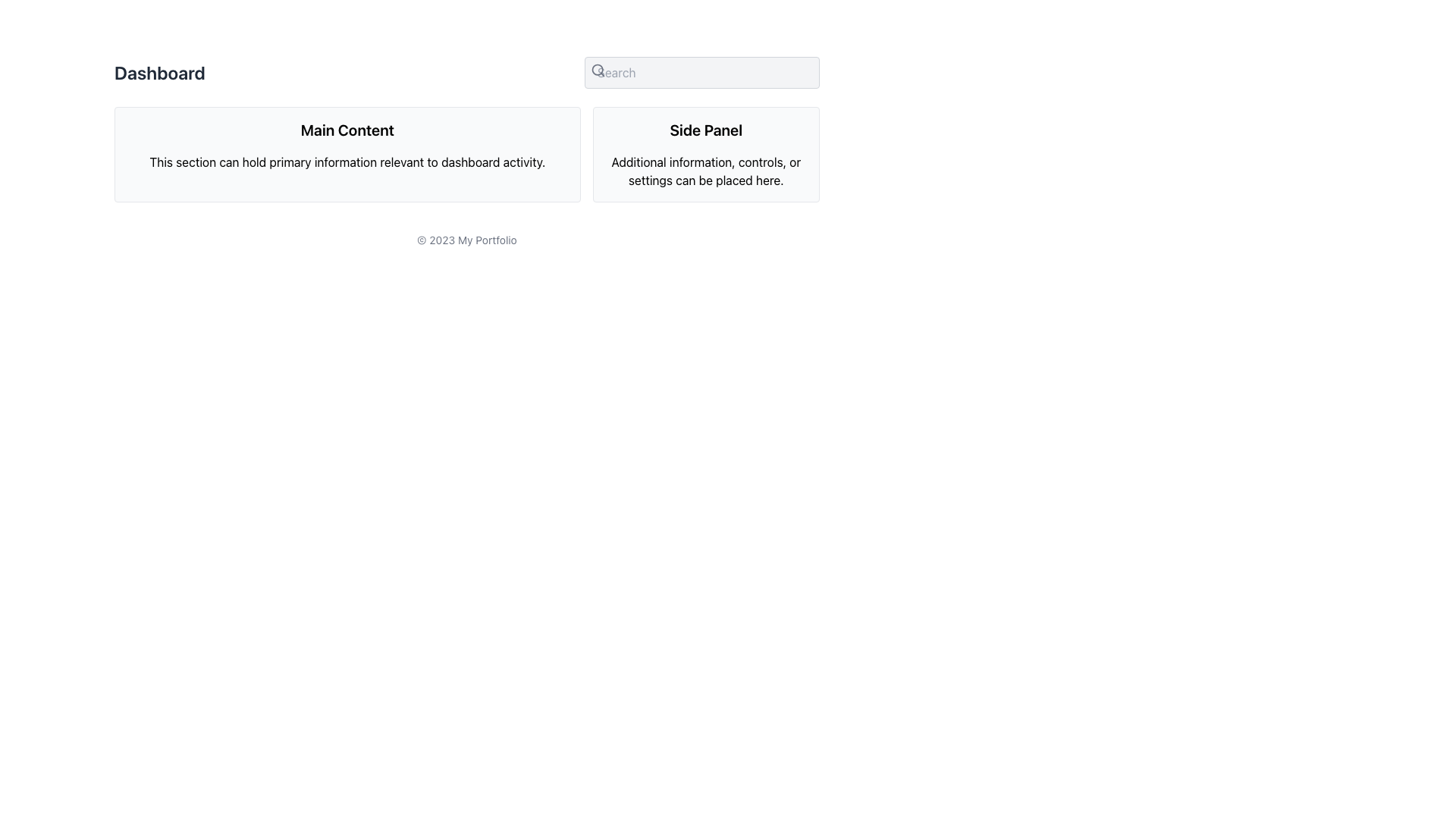  I want to click on text content located below the title 'Side Panel' in the rightmost column of the interface, specifically the text 'Additional information, controls, or settings can be placed here.', so click(705, 171).